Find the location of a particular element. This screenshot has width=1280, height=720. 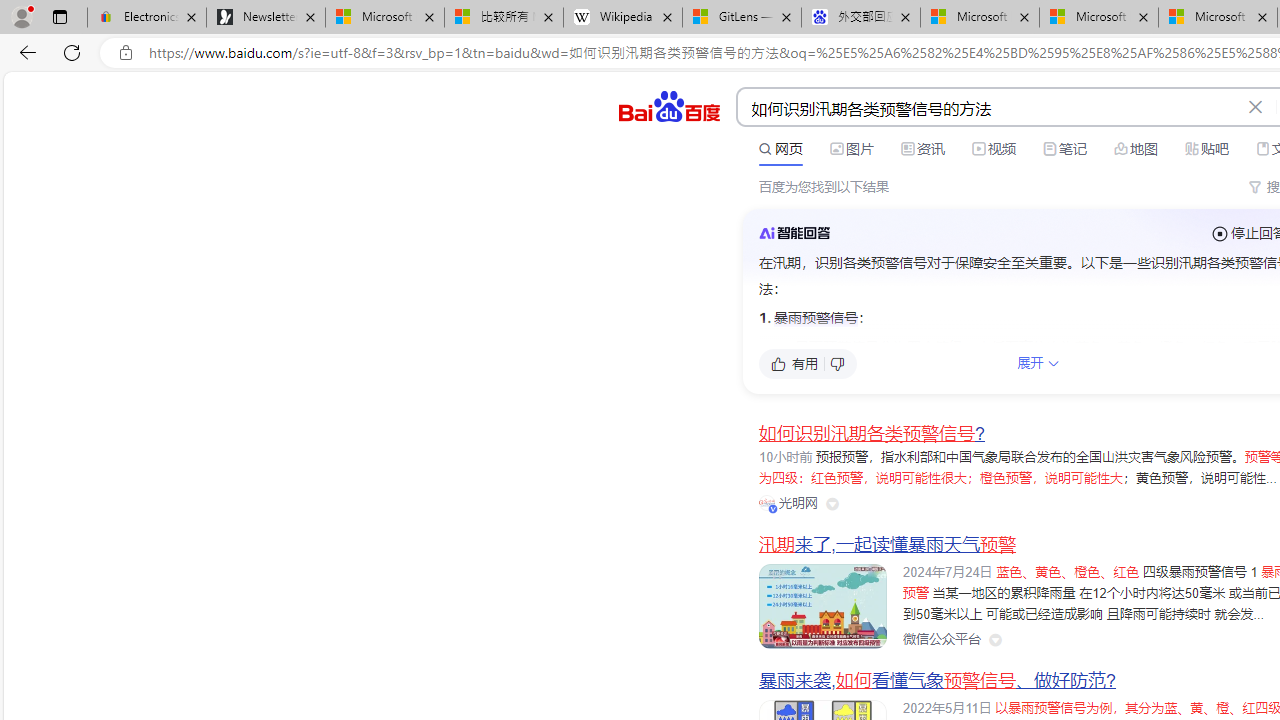

'AutomationID: kw' is located at coordinates (989, 108).